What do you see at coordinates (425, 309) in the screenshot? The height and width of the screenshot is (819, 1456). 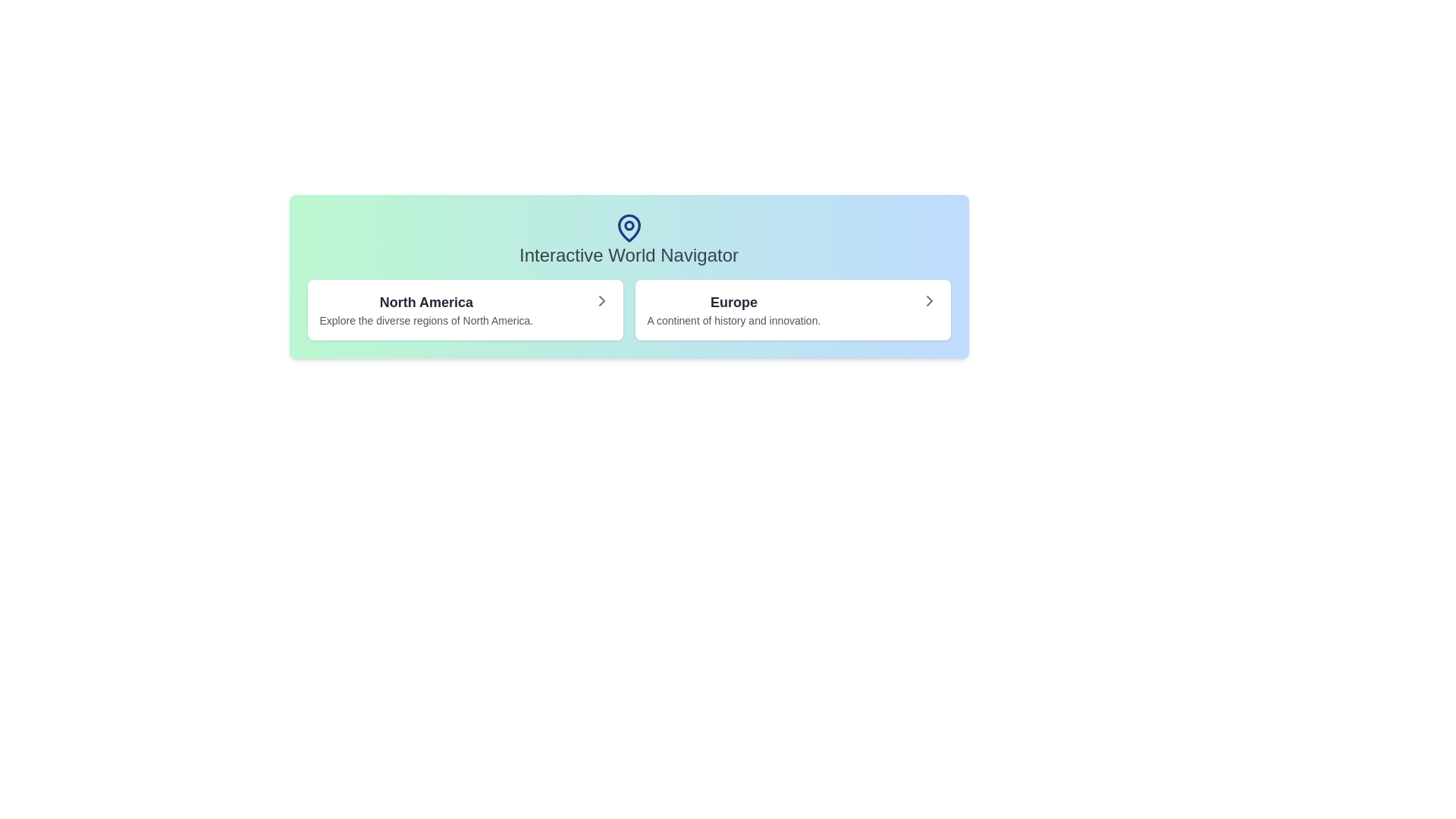 I see `the descriptive text block showcasing the name and brief description of the region 'North America', located on the left side under the title 'Interactive World Navigator' and above an arrow icon pointing right` at bounding box center [425, 309].